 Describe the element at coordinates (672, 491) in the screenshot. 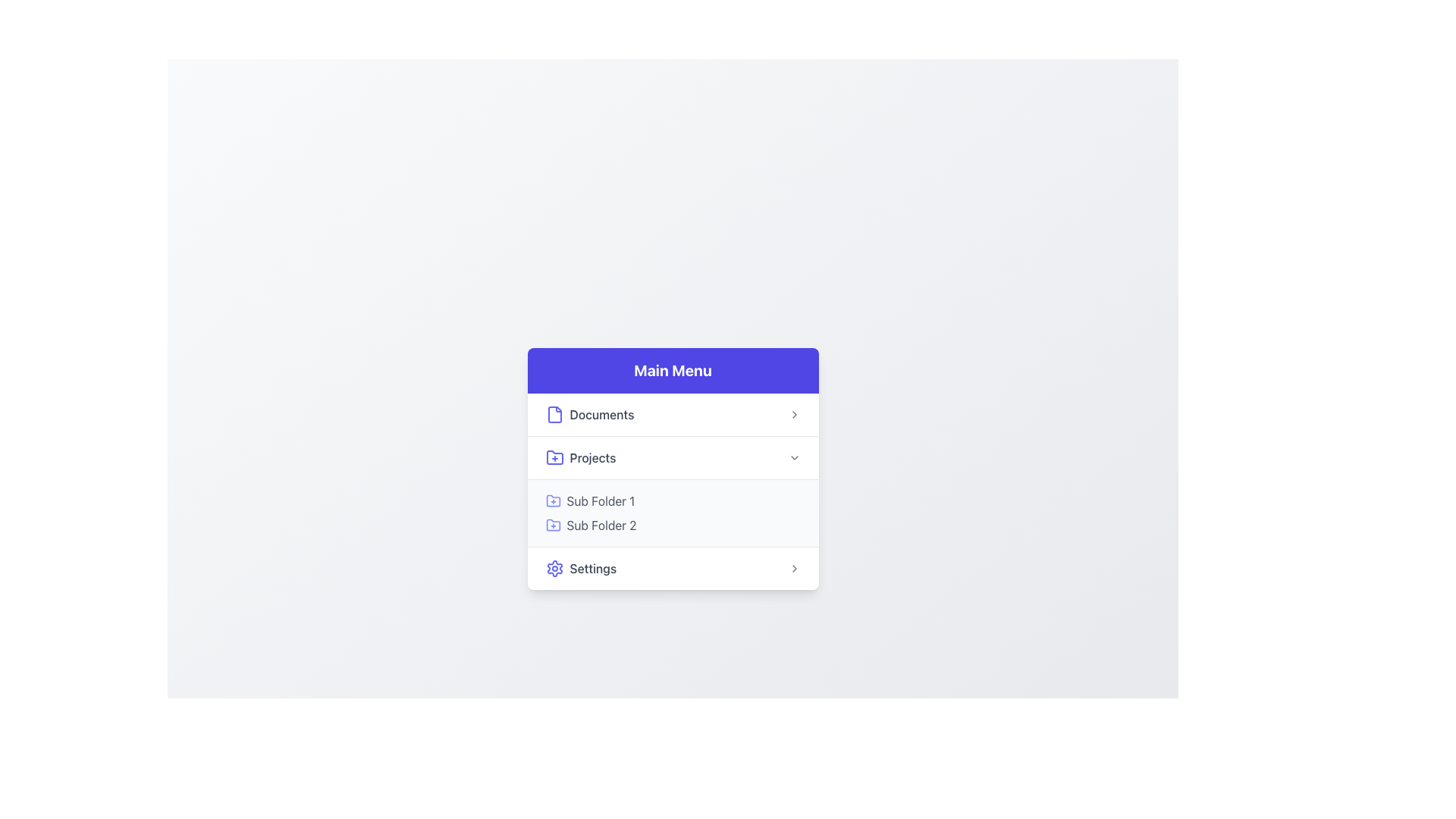

I see `the item` at that location.